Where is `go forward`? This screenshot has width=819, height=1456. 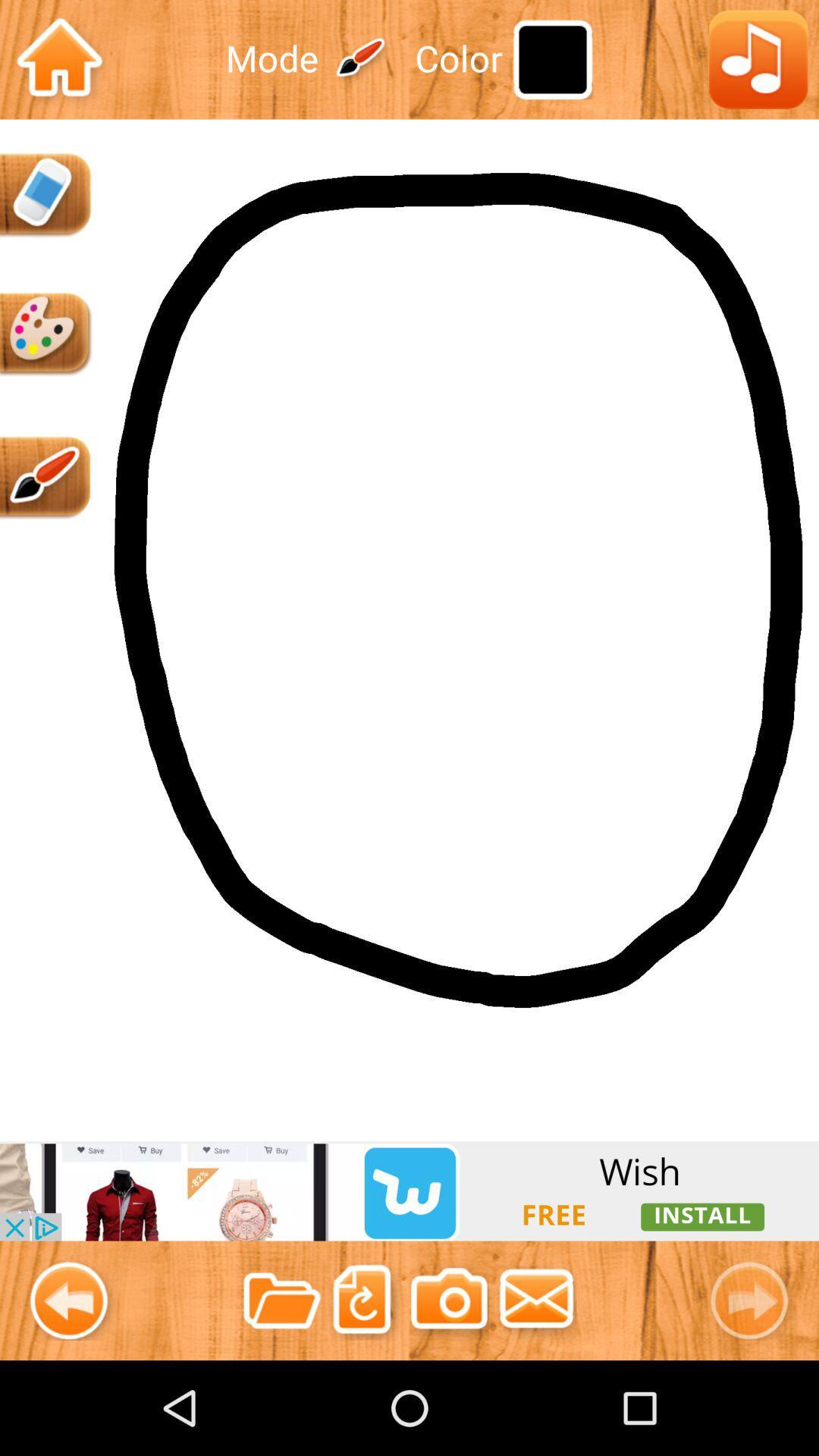
go forward is located at coordinates (755, 1300).